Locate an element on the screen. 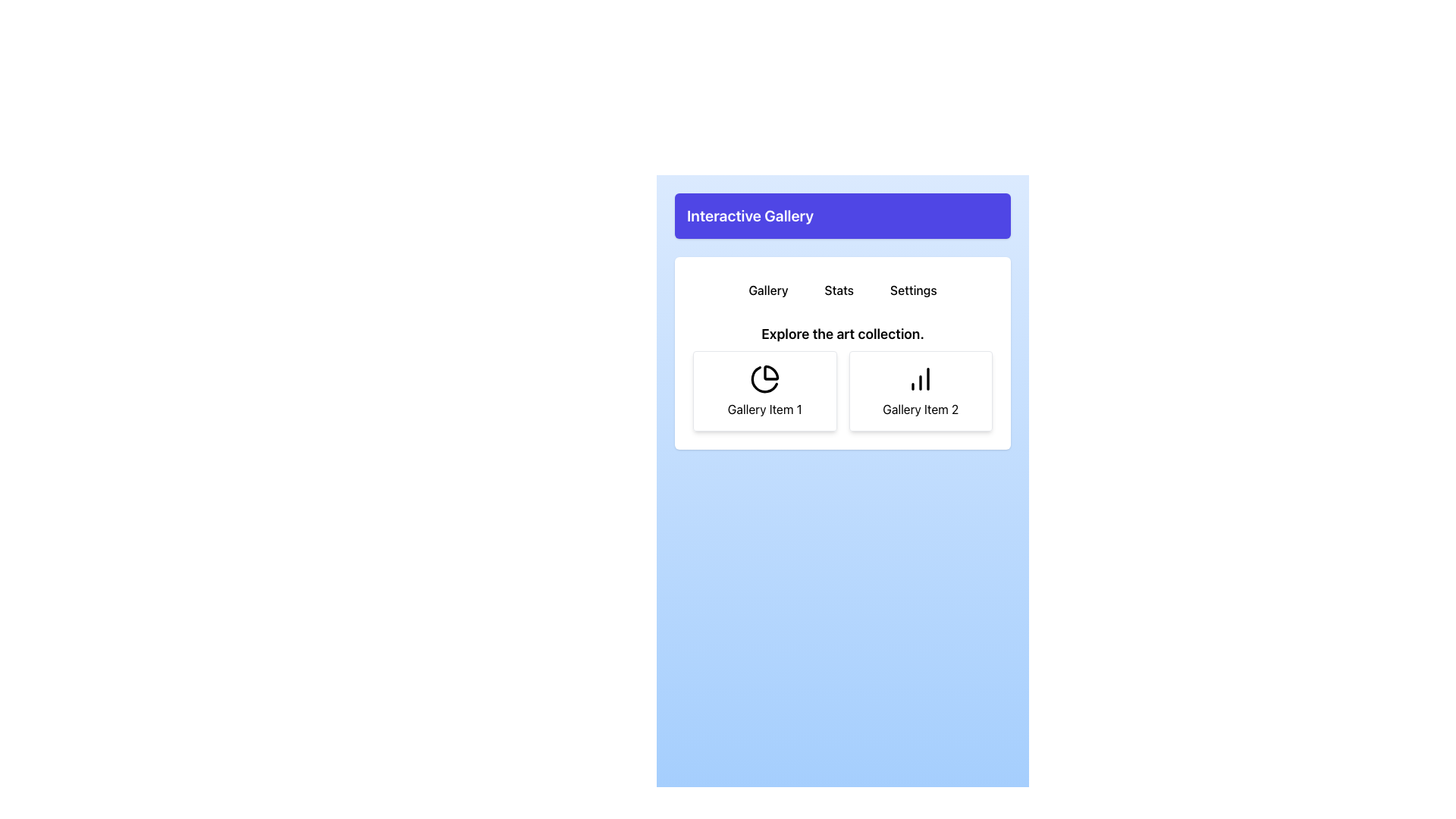 This screenshot has width=1456, height=819. the vertical bar chart icon that represents 'Gallery Item 2' in the bottom row of the interactive gallery interface is located at coordinates (920, 378).